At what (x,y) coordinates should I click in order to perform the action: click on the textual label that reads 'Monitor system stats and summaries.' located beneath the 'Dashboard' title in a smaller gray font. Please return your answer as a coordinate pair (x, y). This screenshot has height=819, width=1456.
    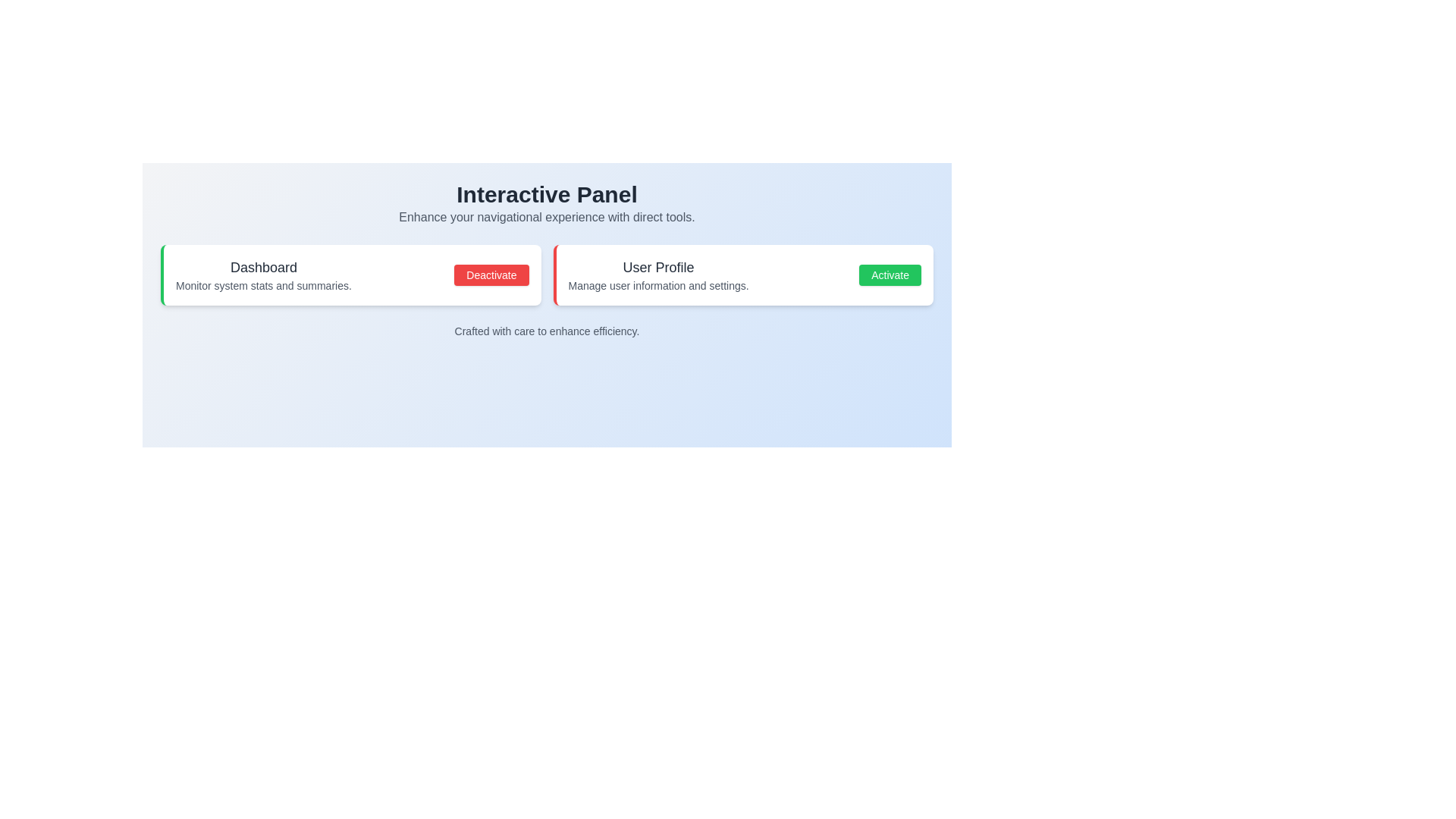
    Looking at the image, I should click on (263, 286).